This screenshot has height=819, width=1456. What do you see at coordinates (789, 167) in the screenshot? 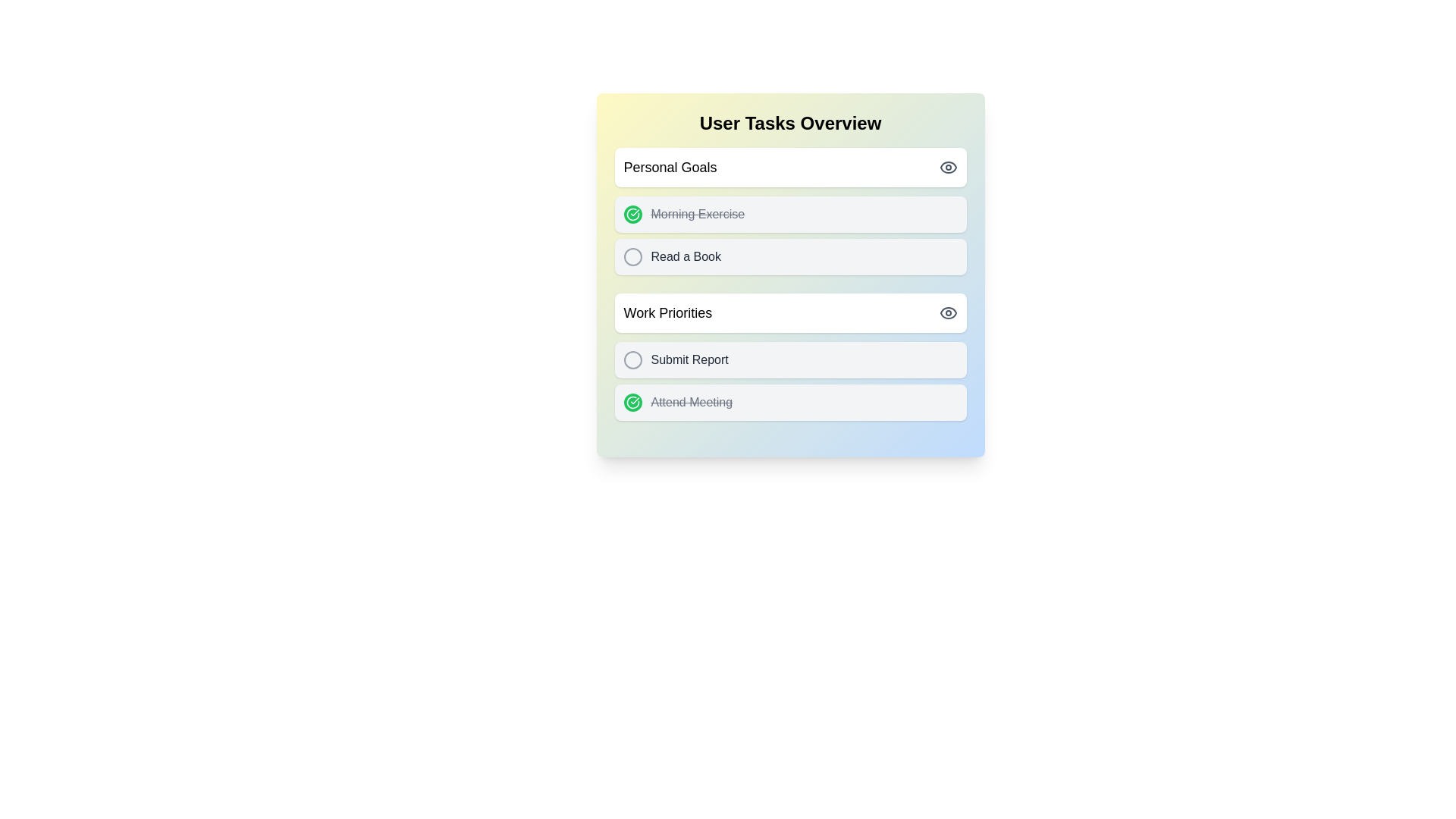
I see `the 'Personal Goals' category header with eye icon` at bounding box center [789, 167].